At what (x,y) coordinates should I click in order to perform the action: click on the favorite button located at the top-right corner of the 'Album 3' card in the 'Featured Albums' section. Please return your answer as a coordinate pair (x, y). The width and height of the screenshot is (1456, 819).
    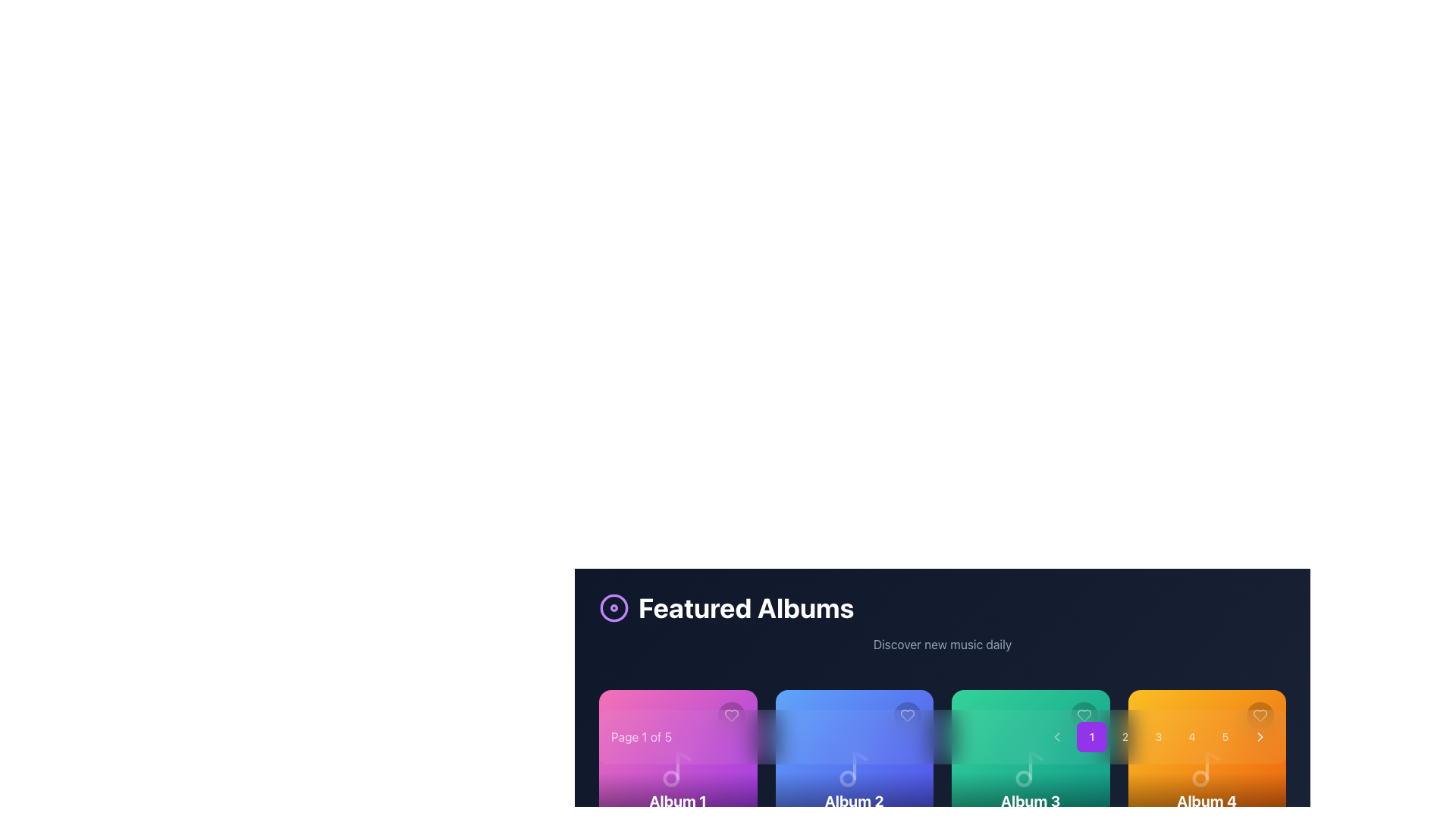
    Looking at the image, I should click on (1083, 716).